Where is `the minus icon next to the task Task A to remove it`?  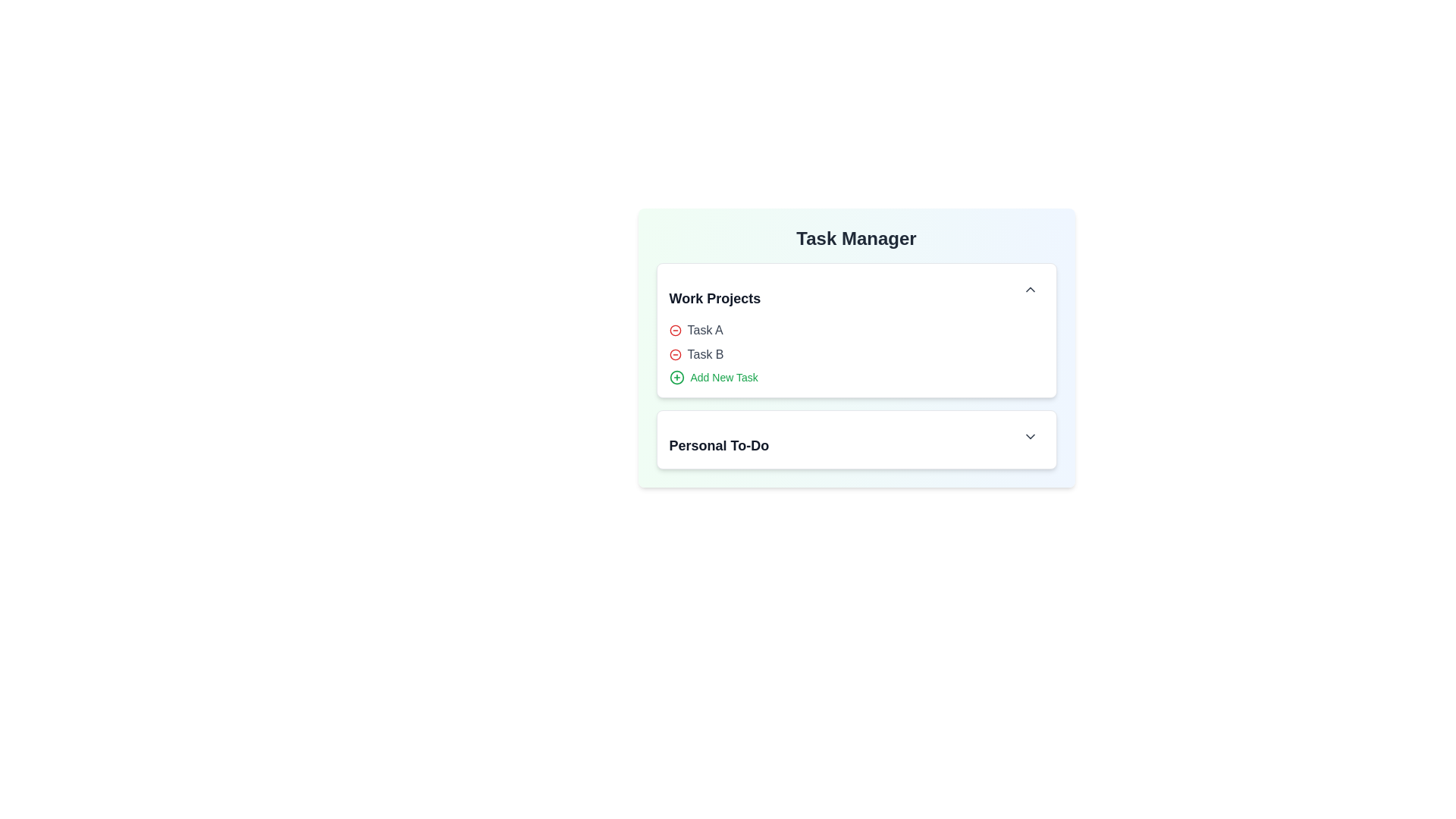
the minus icon next to the task Task A to remove it is located at coordinates (674, 329).